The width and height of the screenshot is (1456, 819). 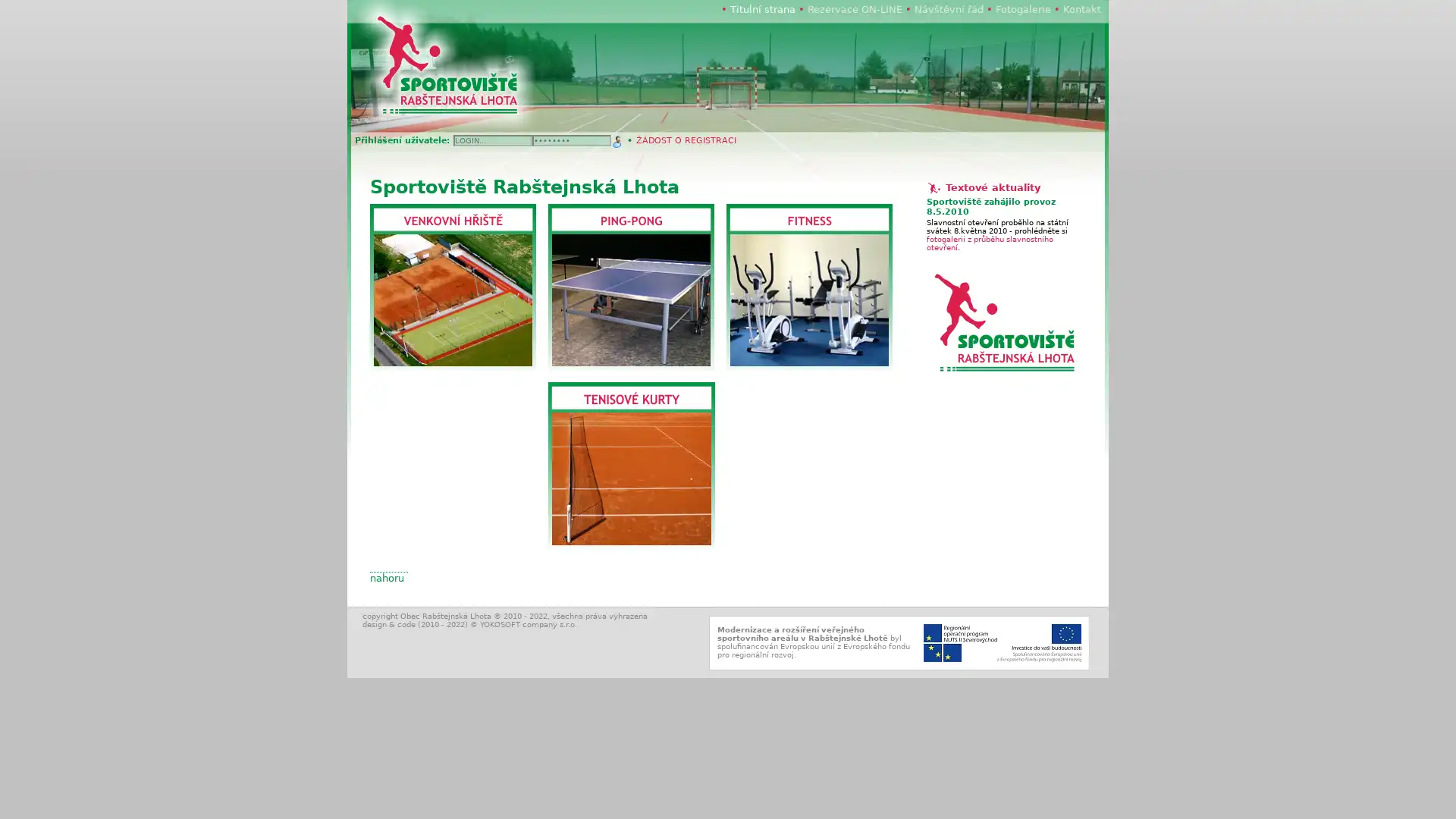 What do you see at coordinates (617, 141) in the screenshot?
I see `Submit` at bounding box center [617, 141].